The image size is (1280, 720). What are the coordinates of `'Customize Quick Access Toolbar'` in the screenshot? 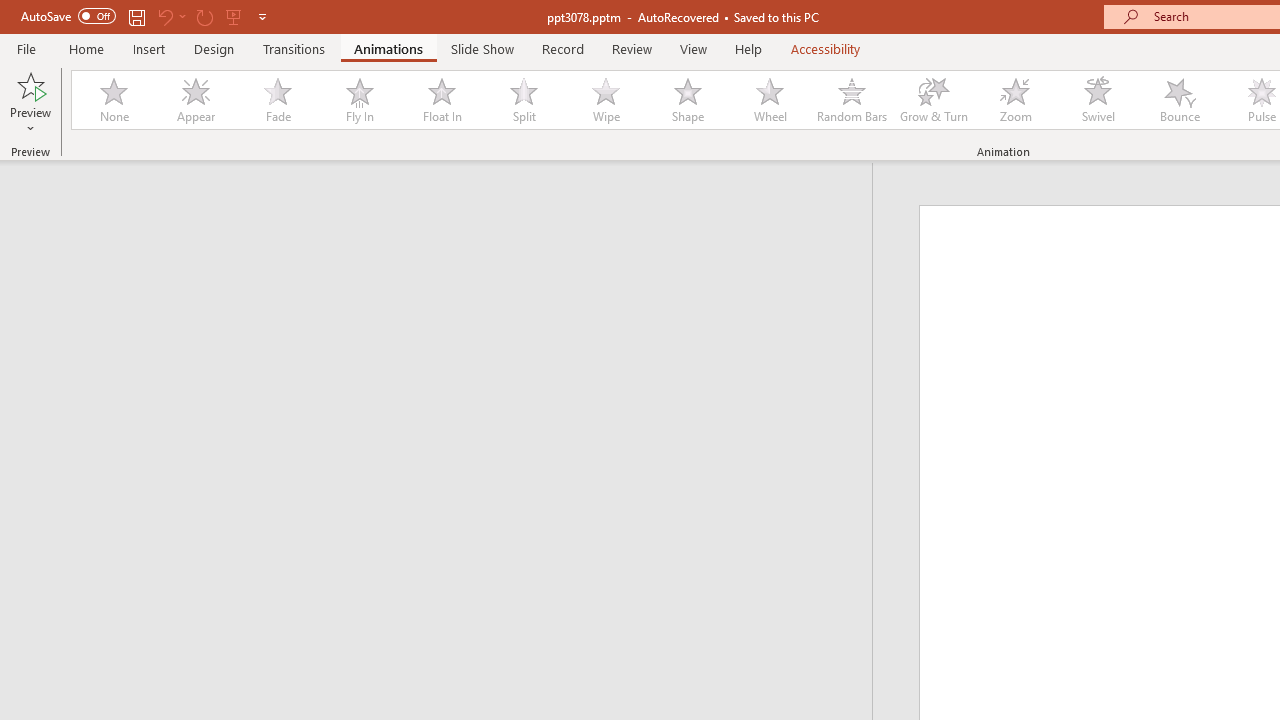 It's located at (262, 16).